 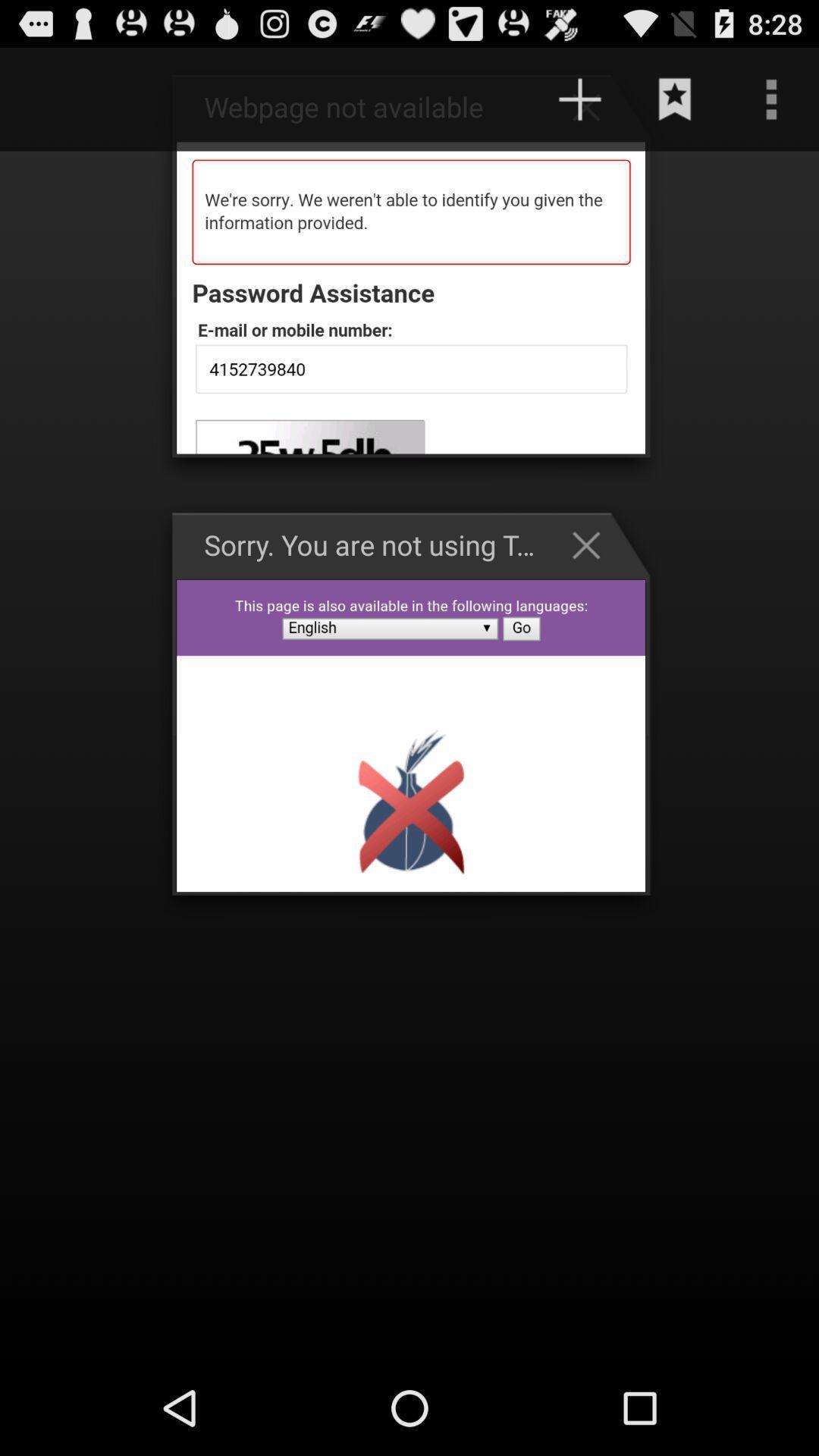 I want to click on the bookmark icon, so click(x=675, y=105).